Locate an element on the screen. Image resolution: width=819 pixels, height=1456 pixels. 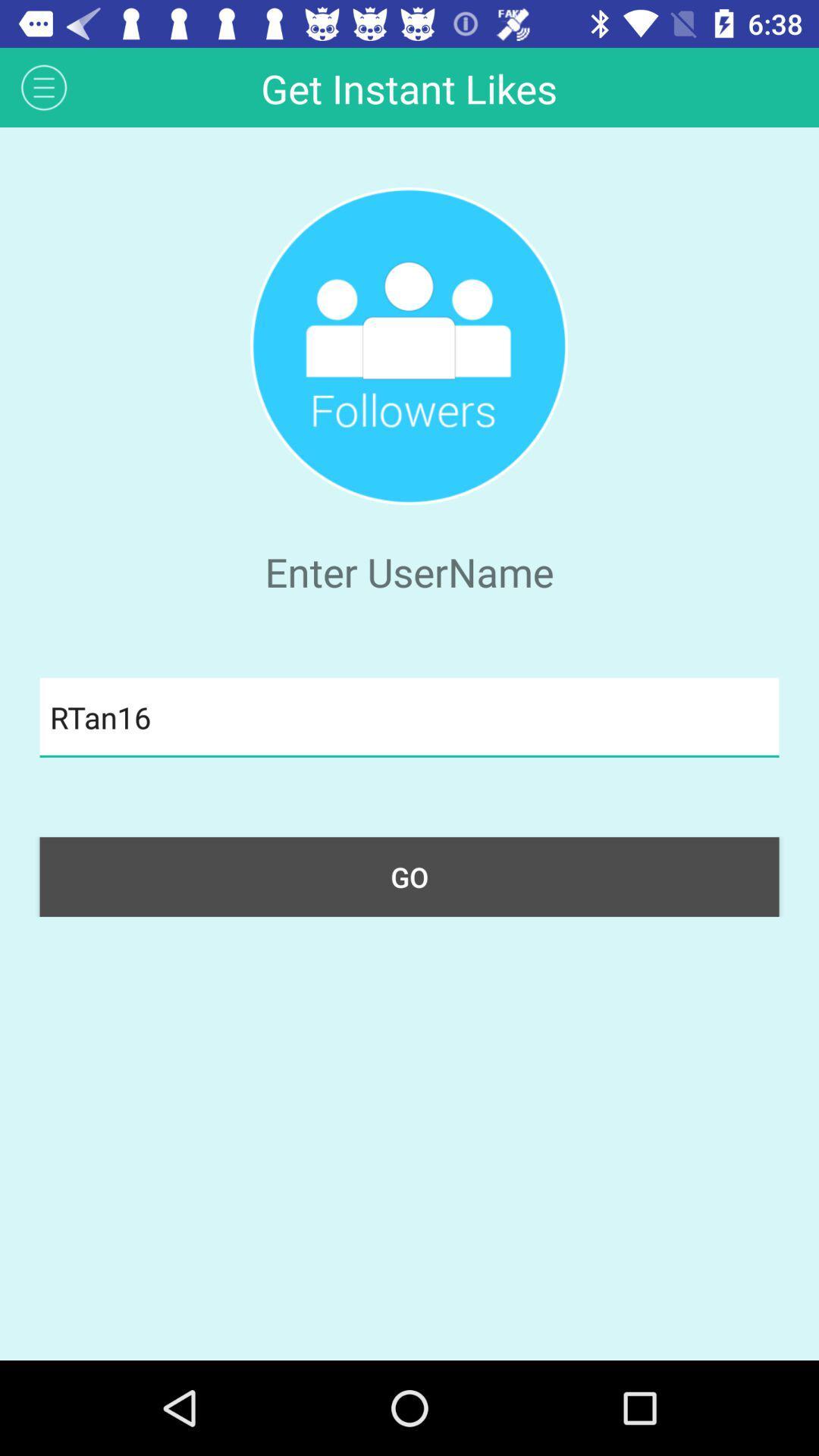
the item next to get instant likes item is located at coordinates (43, 86).